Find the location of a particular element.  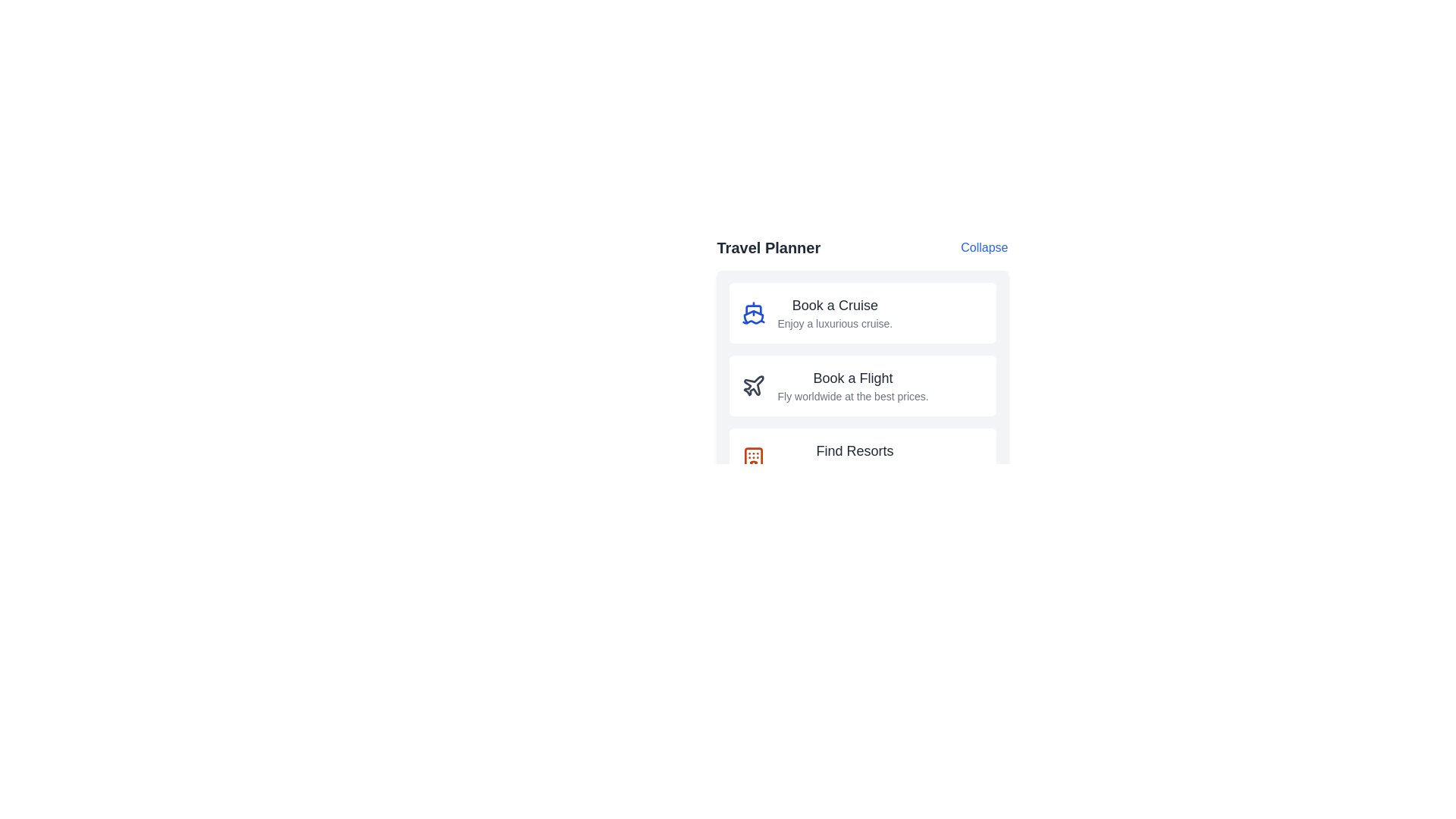

the 'Find Resorts' button located at the bottom of the 'Travel Planner' section is located at coordinates (862, 458).